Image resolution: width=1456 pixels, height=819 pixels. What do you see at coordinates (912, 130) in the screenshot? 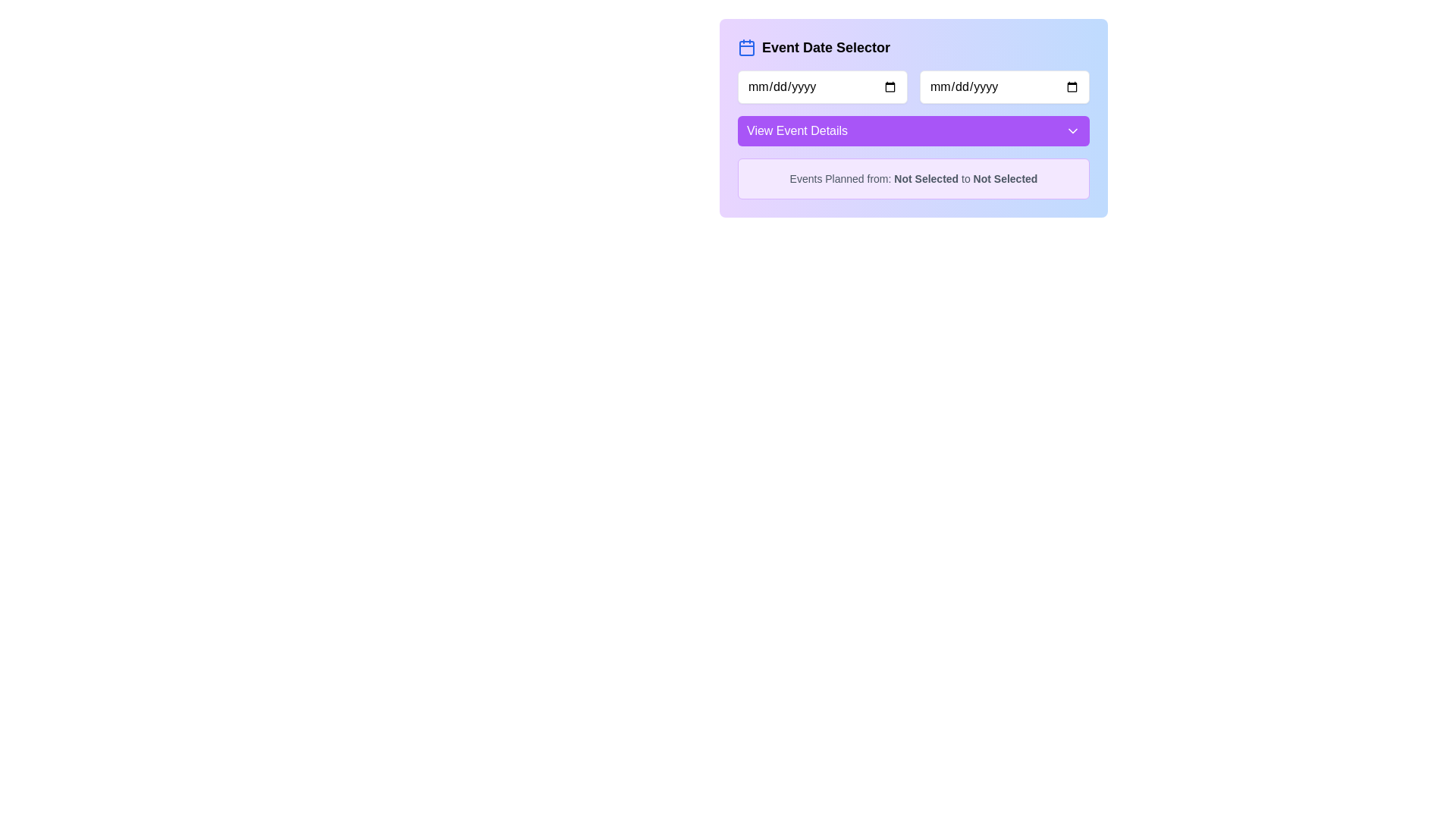
I see `the button located below the 'Start Date' and 'End Date' input fields, which reveals additional event details` at bounding box center [912, 130].